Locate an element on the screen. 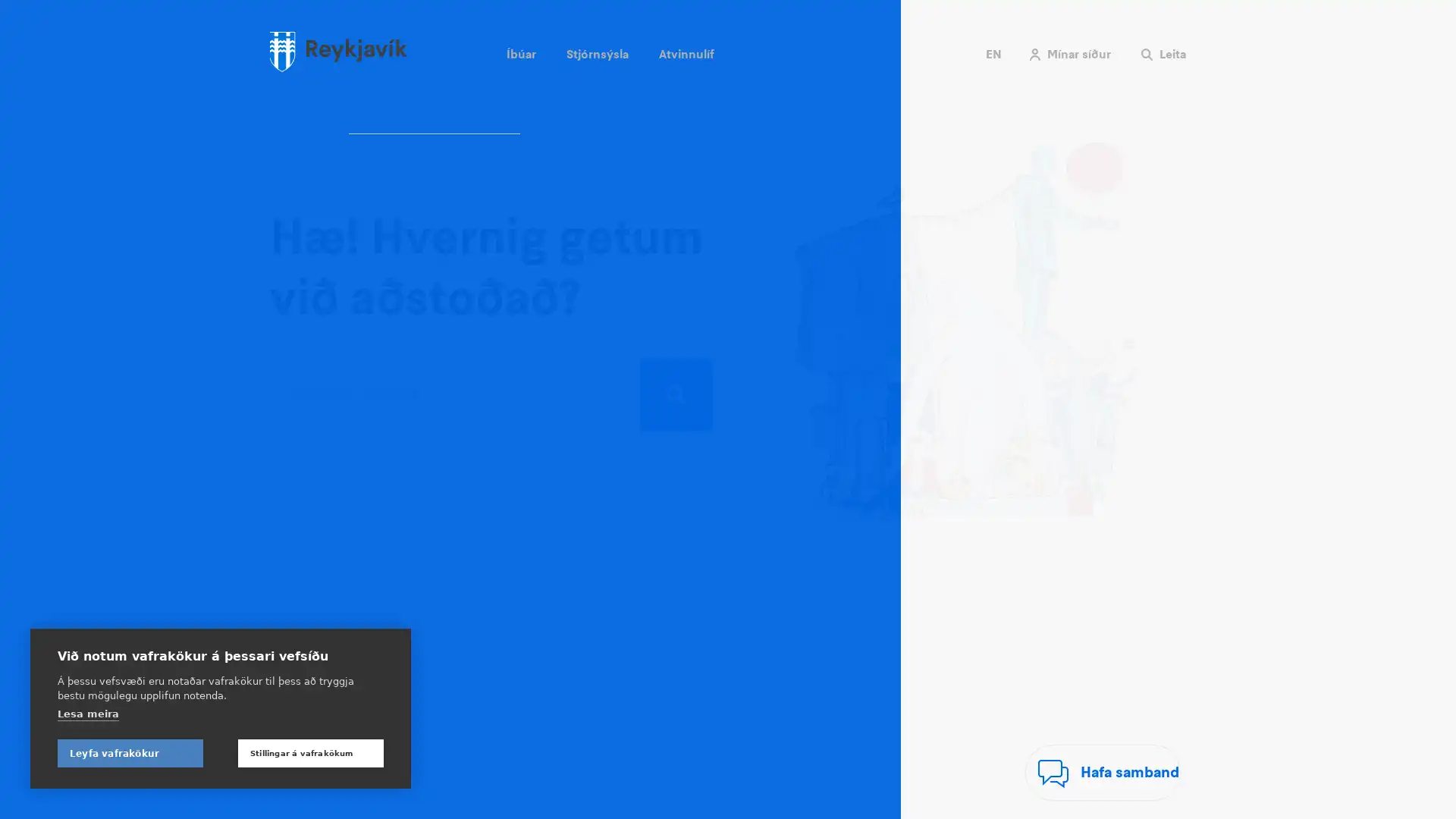  Hafa samband is located at coordinates (1111, 760).